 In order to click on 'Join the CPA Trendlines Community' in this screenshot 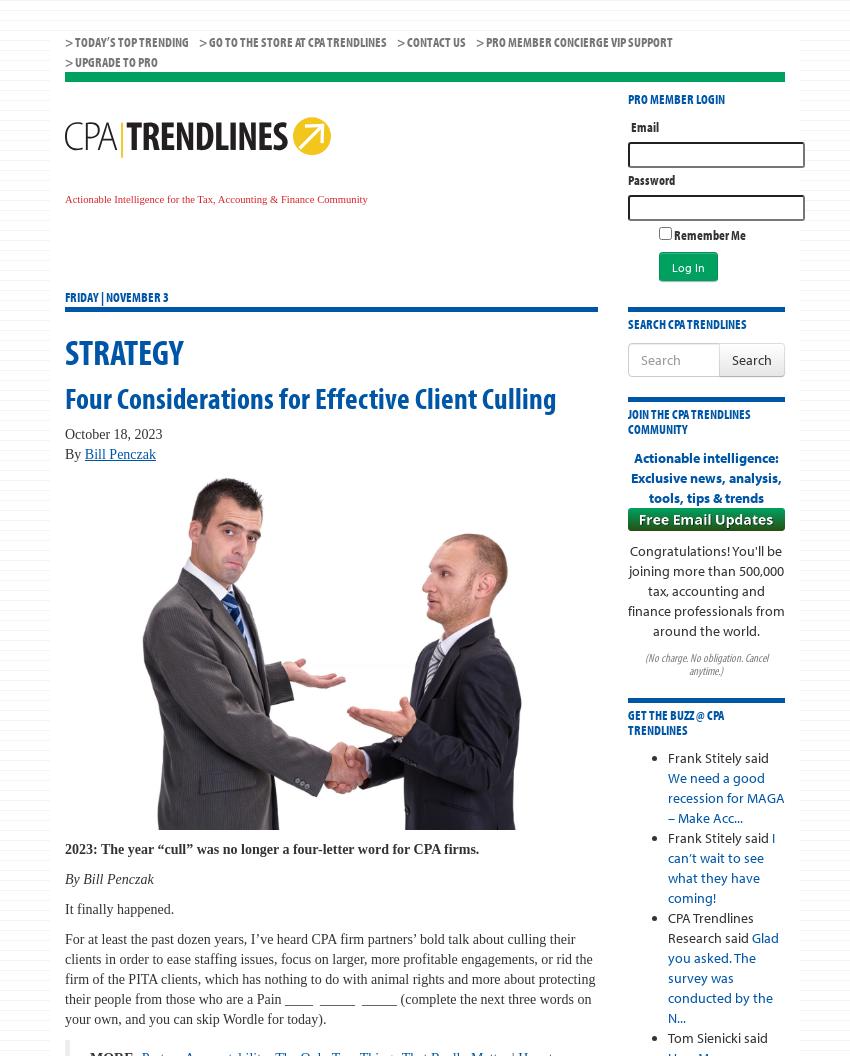, I will do `click(625, 421)`.